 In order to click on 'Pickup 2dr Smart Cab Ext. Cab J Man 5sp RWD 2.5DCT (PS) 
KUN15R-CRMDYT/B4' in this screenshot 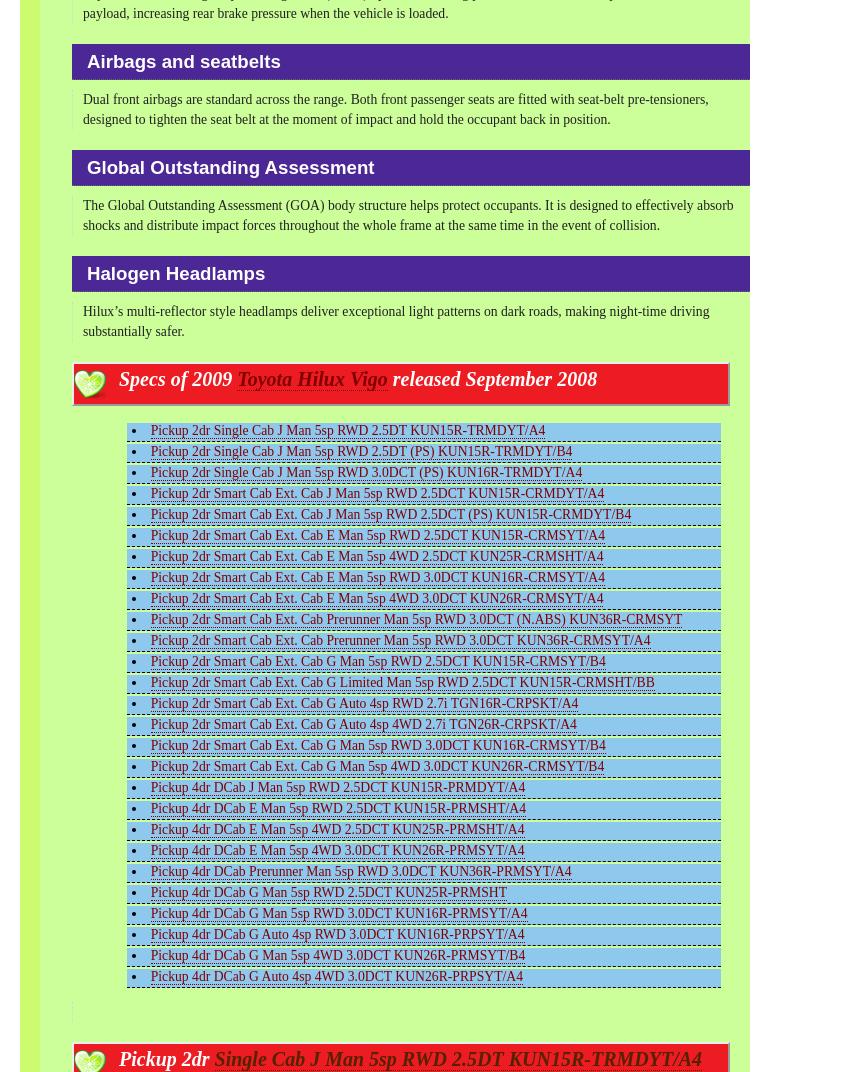, I will do `click(389, 513)`.